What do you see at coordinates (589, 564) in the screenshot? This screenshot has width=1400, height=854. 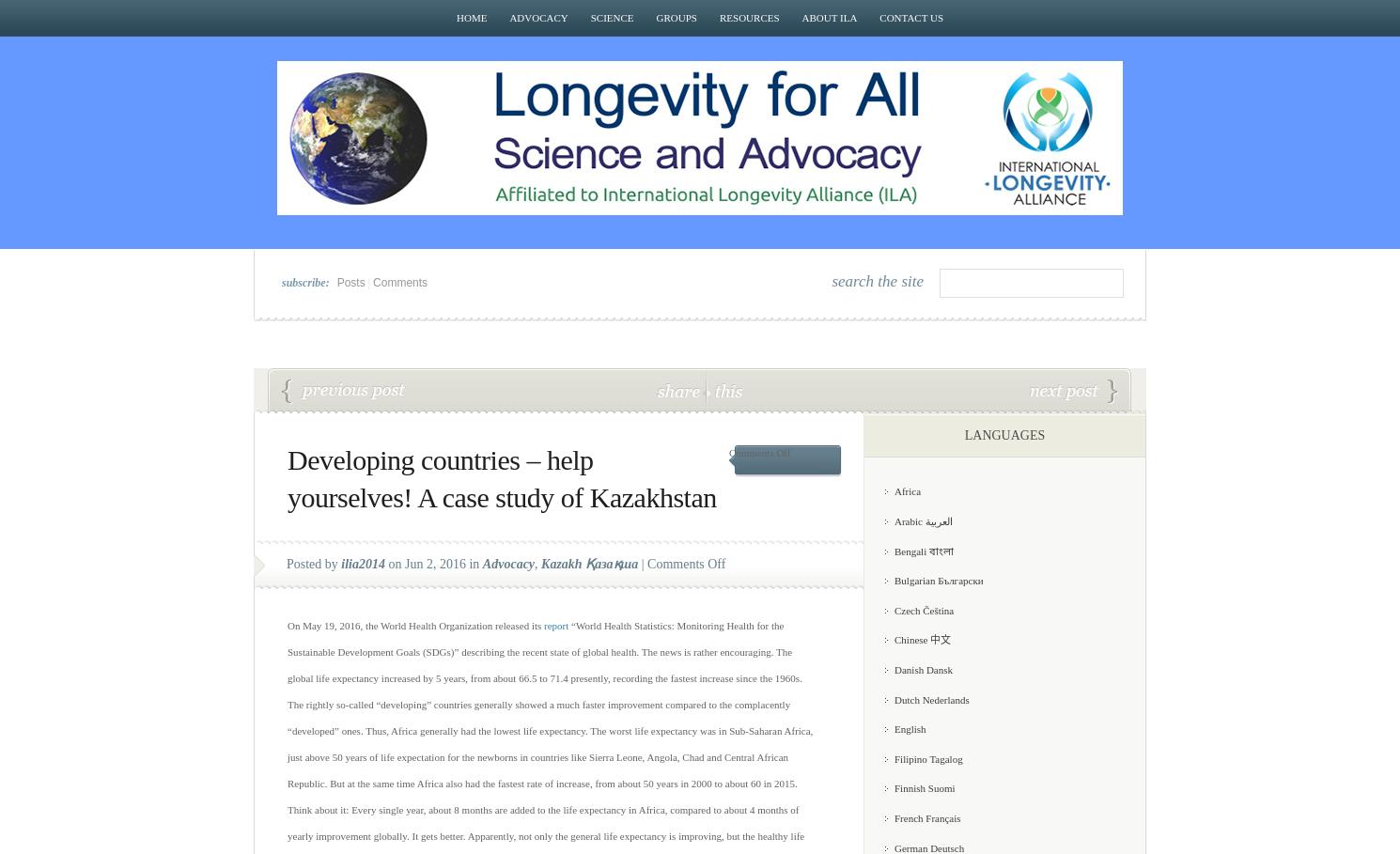 I see `'Kazakh Қазақша'` at bounding box center [589, 564].